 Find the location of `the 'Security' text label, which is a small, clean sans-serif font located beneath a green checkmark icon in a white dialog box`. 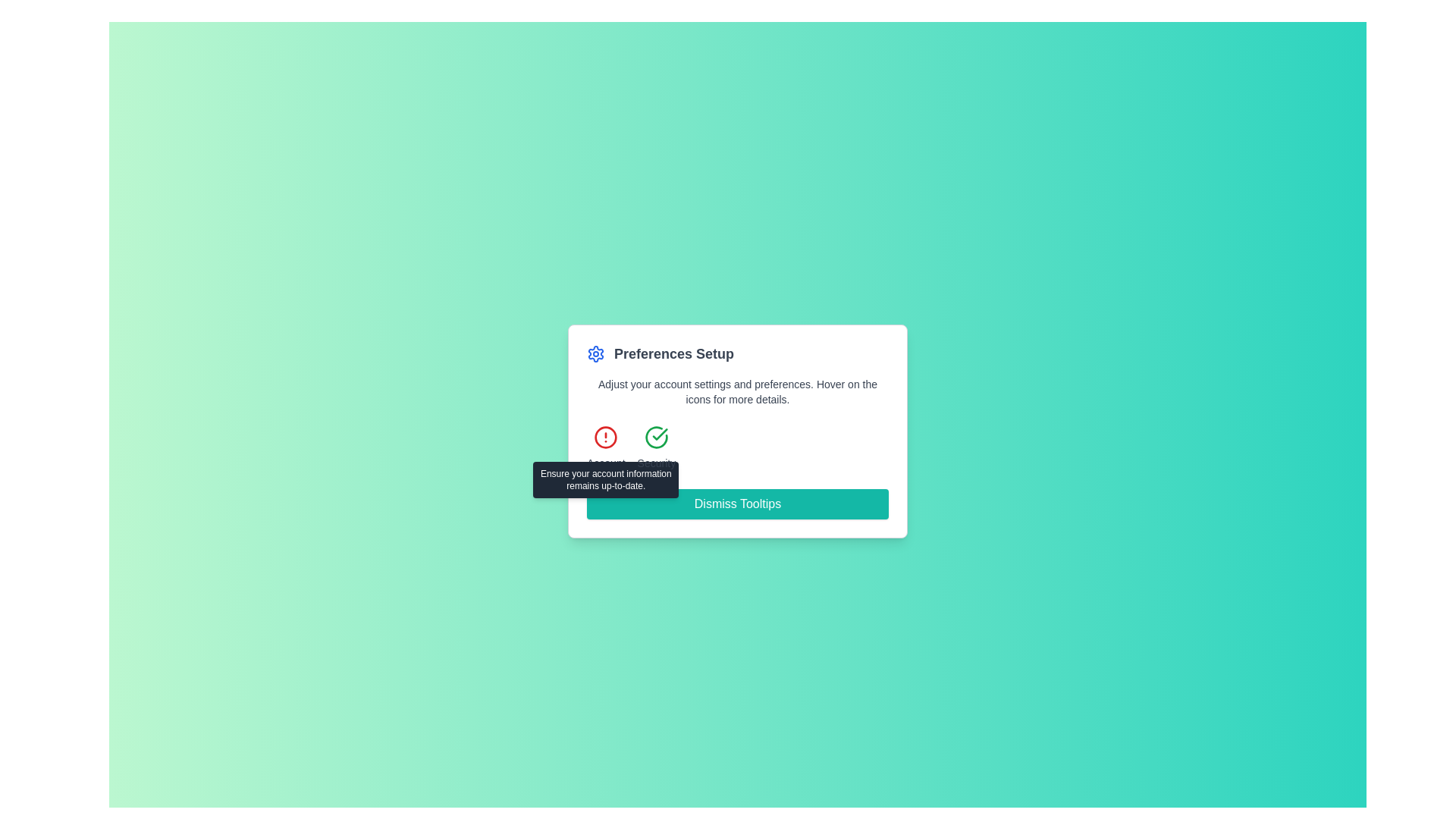

the 'Security' text label, which is a small, clean sans-serif font located beneath a green checkmark icon in a white dialog box is located at coordinates (656, 462).